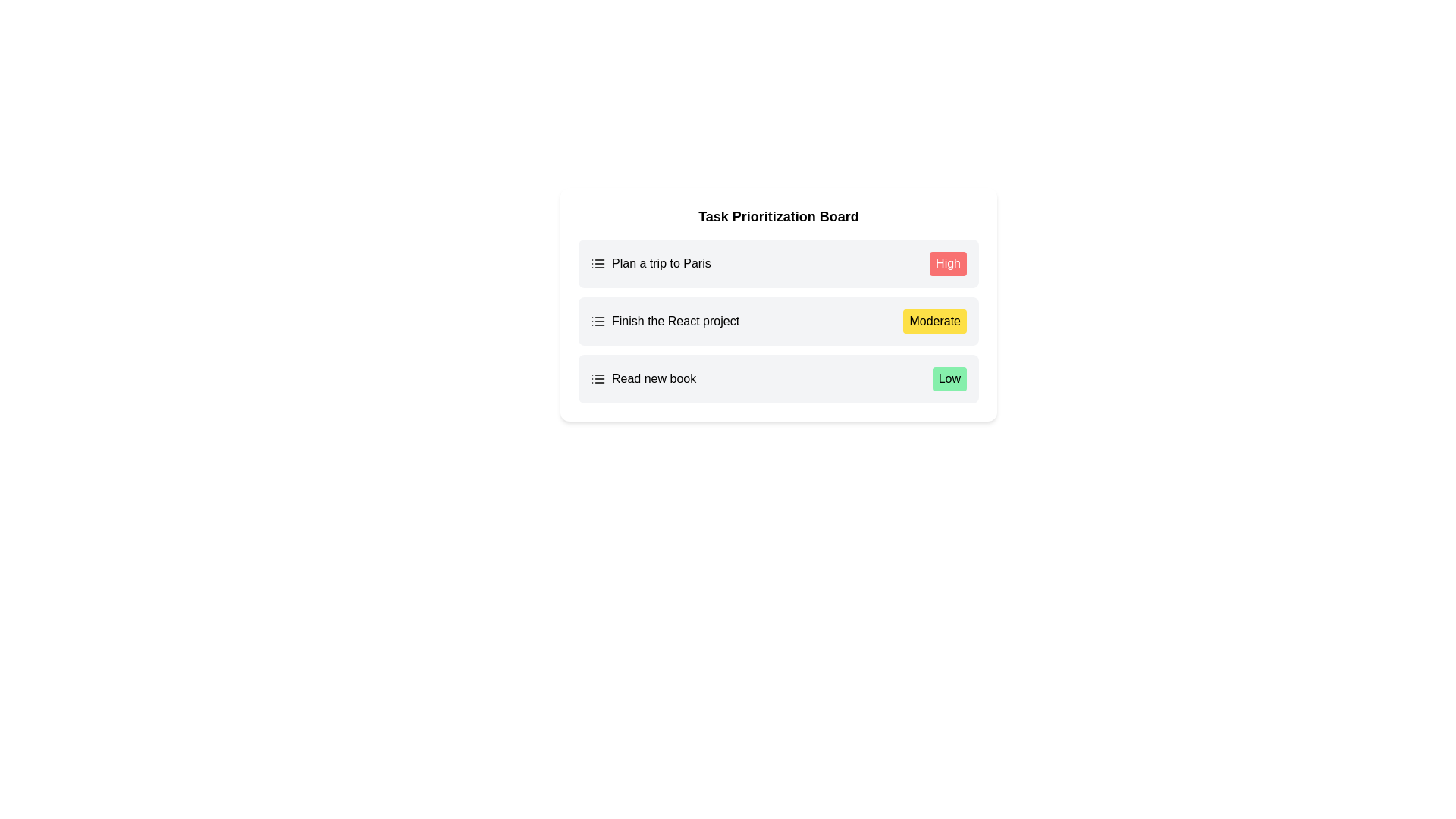  What do you see at coordinates (779, 262) in the screenshot?
I see `the first task list item labeled 'Plan a trip to Paris' in the Task Prioritization Board, which has a light gray background, rounded corners, and a red badge with 'High'` at bounding box center [779, 262].